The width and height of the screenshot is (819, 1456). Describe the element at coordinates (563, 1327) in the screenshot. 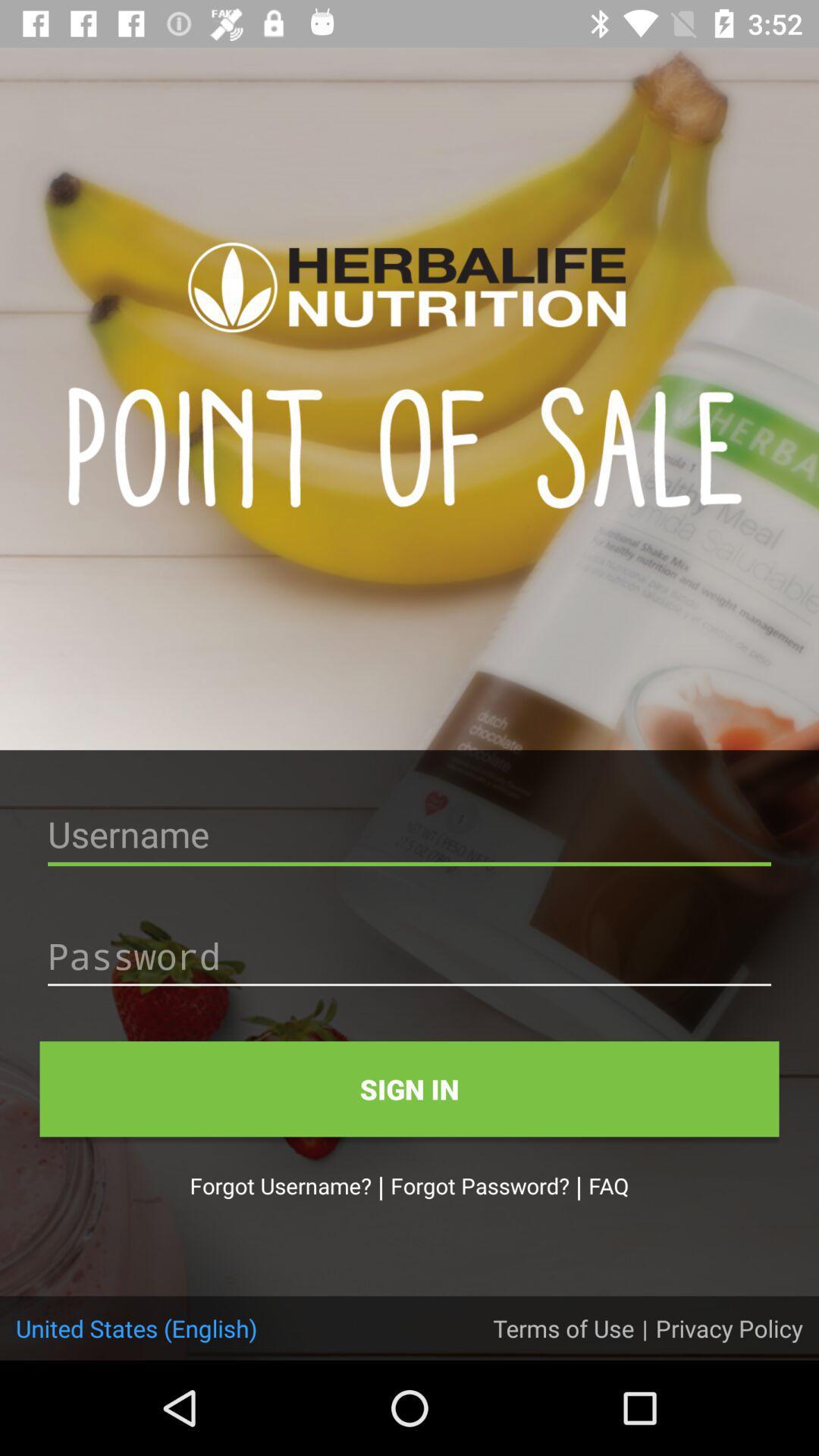

I see `the icon next to | icon` at that location.